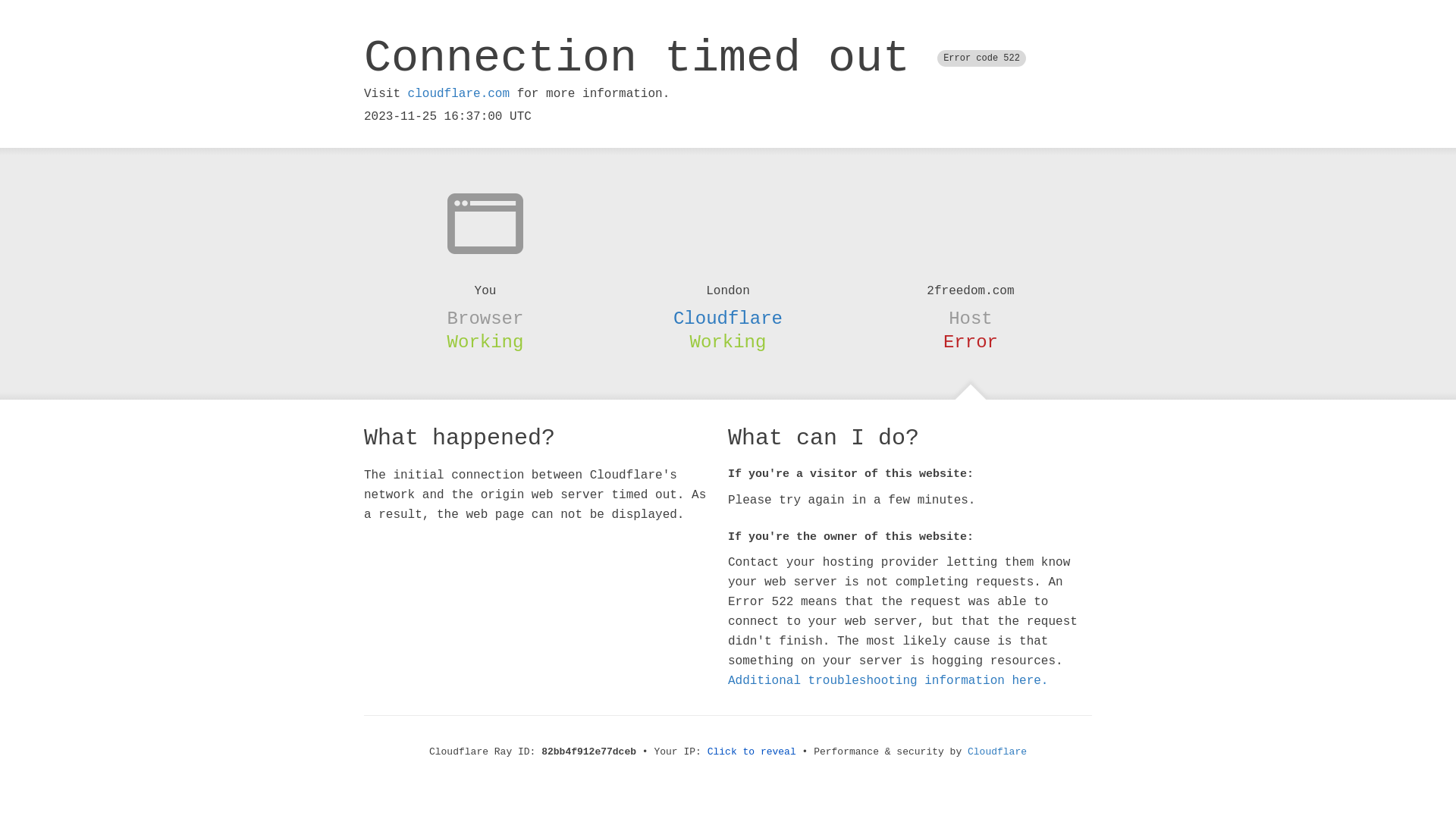 The width and height of the screenshot is (1456, 819). What do you see at coordinates (752, 752) in the screenshot?
I see `'Click to reveal'` at bounding box center [752, 752].